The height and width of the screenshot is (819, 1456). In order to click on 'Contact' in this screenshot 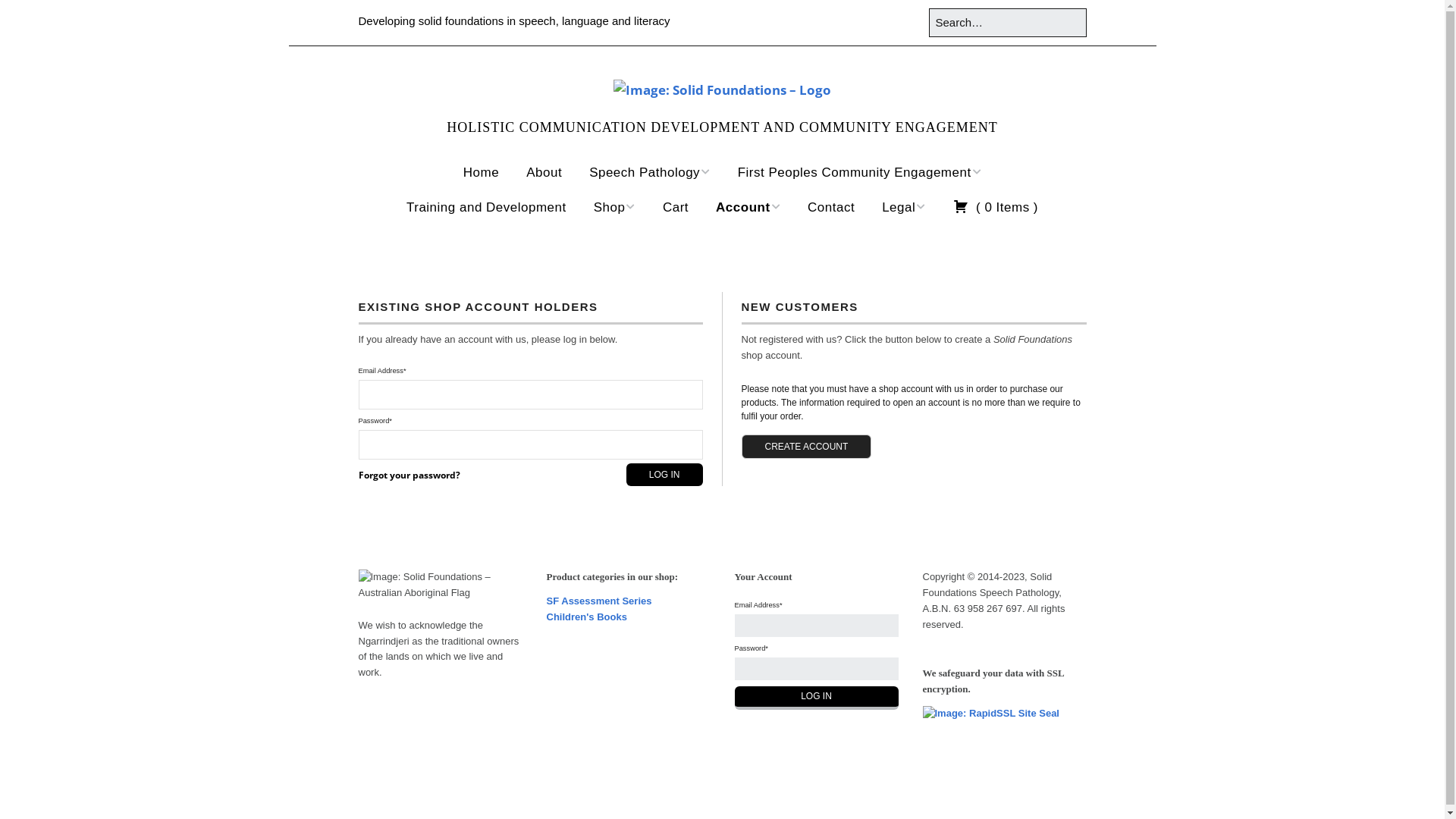, I will do `click(830, 207)`.